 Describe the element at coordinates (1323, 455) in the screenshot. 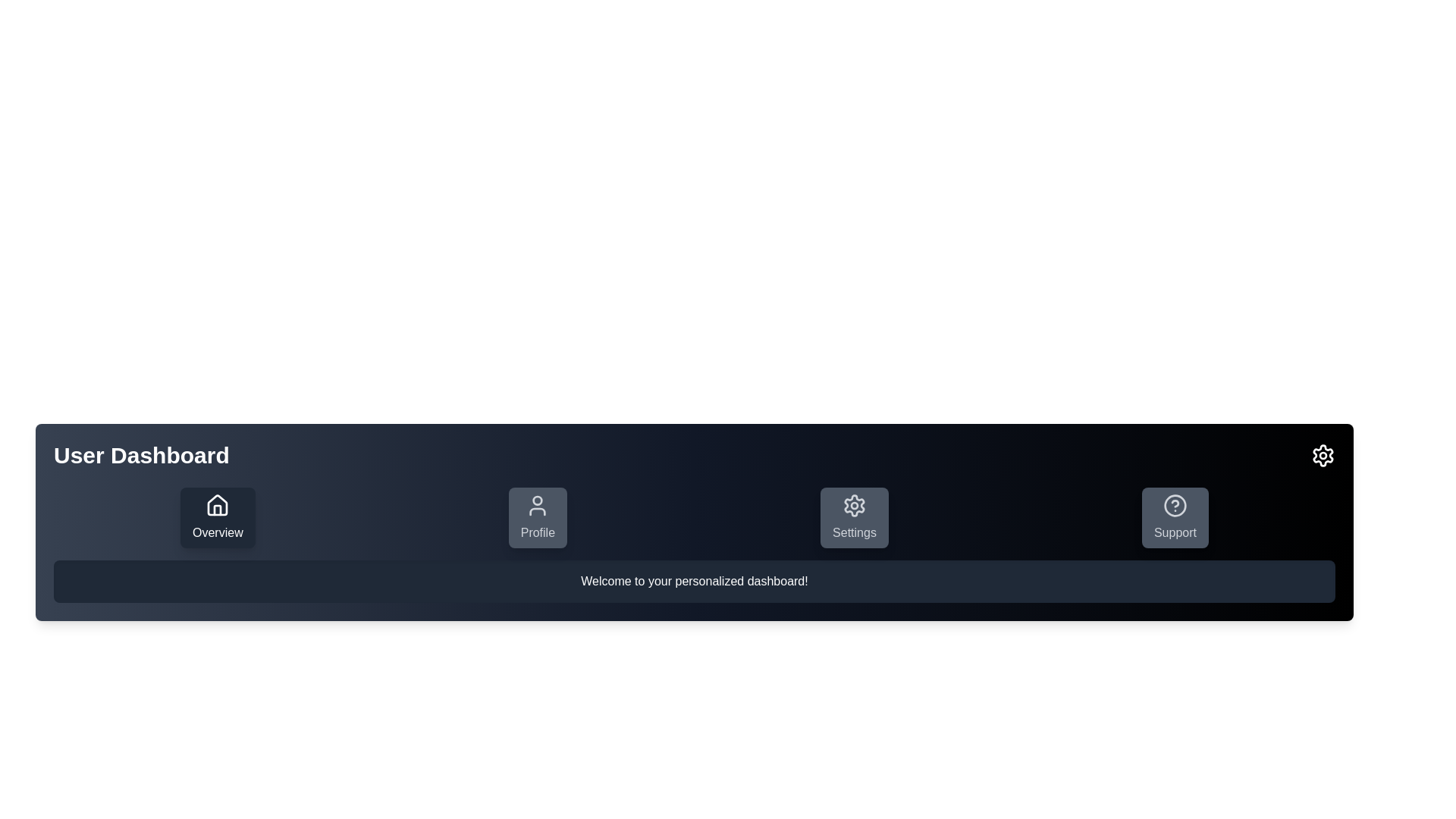

I see `the settings icon located at the top-right corner of the user dashboard` at that location.